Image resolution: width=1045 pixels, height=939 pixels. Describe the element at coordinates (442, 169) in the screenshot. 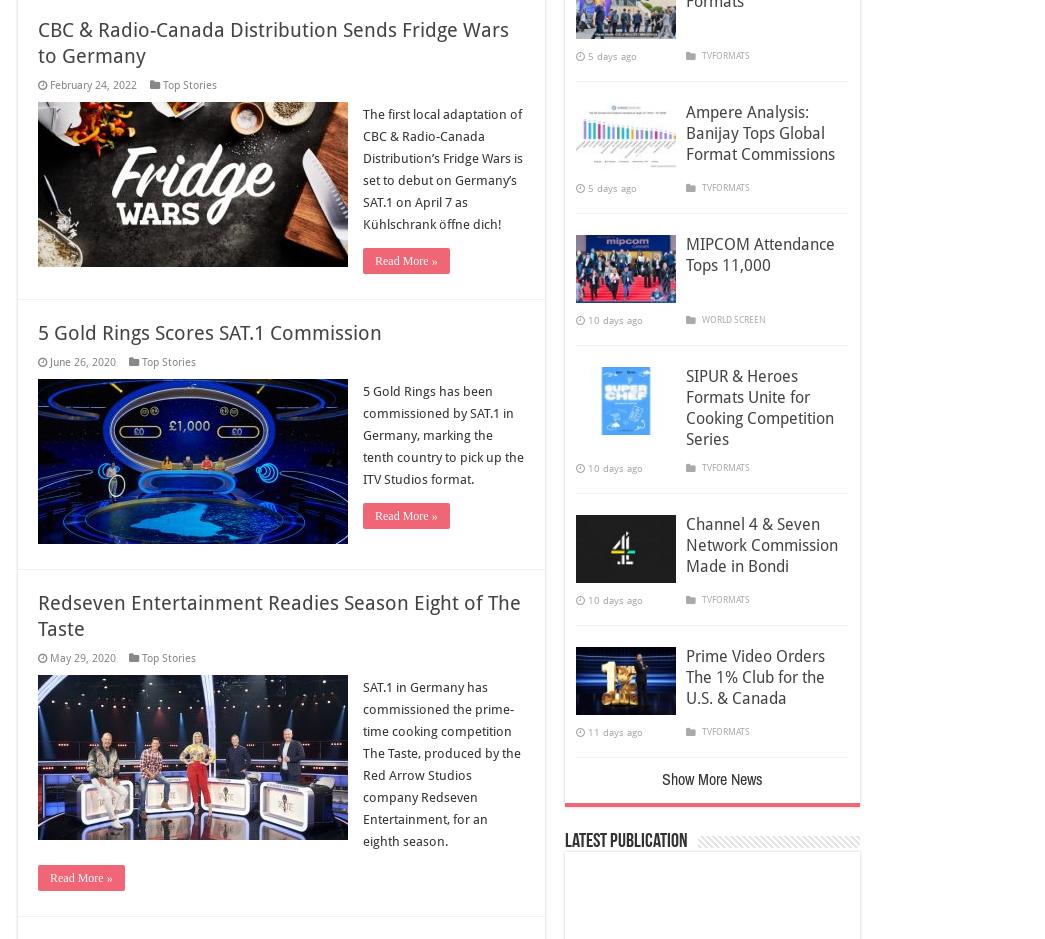

I see `'The first local adaptation of CBC & Radio-Canada Distribution’s Fridge Wars is set to debut on Germany’s SAT.1 on April 7 as Kühlschrank öffne dich!'` at that location.